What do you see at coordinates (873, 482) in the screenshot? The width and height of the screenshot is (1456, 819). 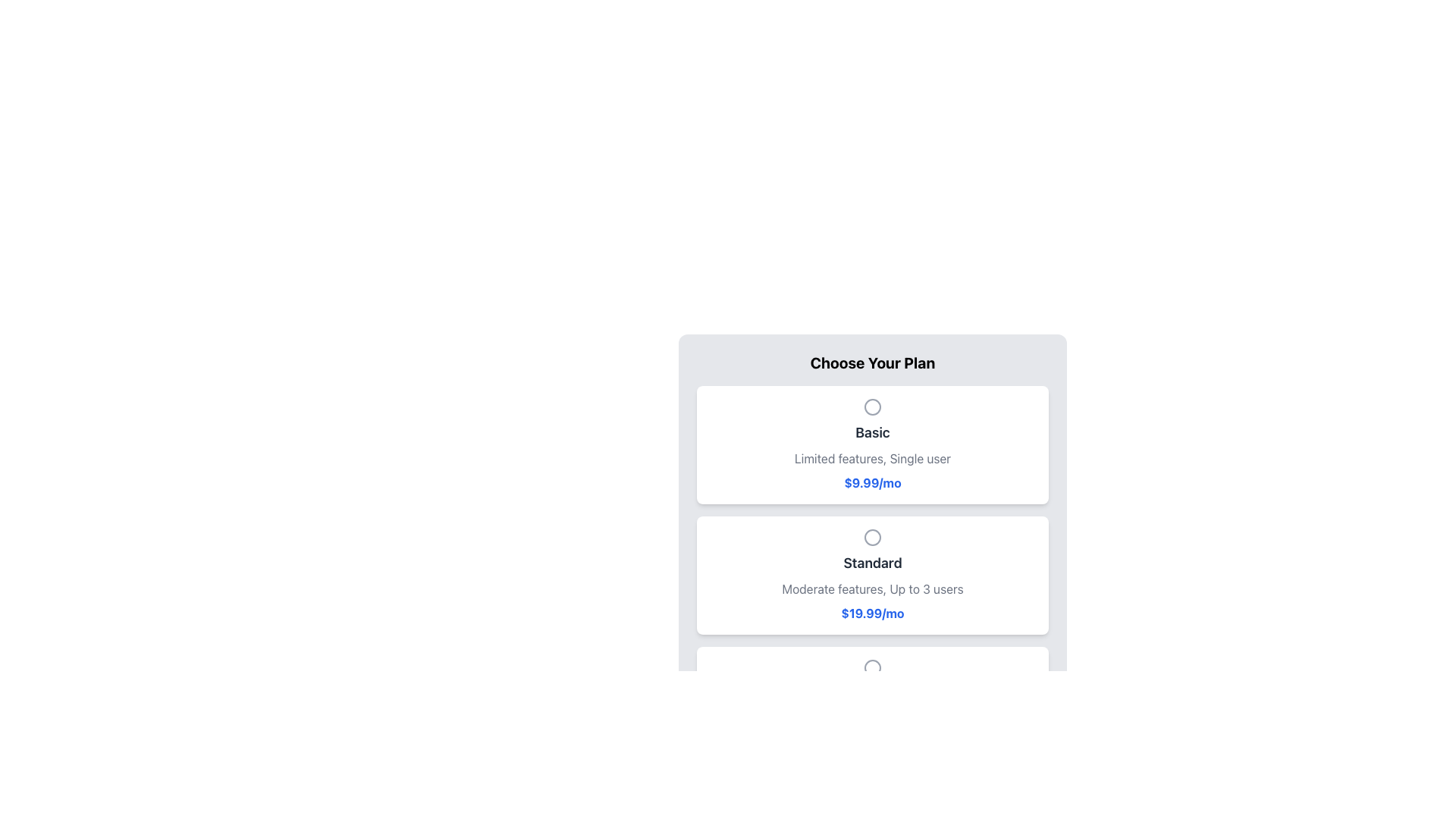 I see `static text '$9.99/mo' in blue color, which is positioned at the bottom of the 'Basic' plan section, centered above the 'Standard' plan card` at bounding box center [873, 482].